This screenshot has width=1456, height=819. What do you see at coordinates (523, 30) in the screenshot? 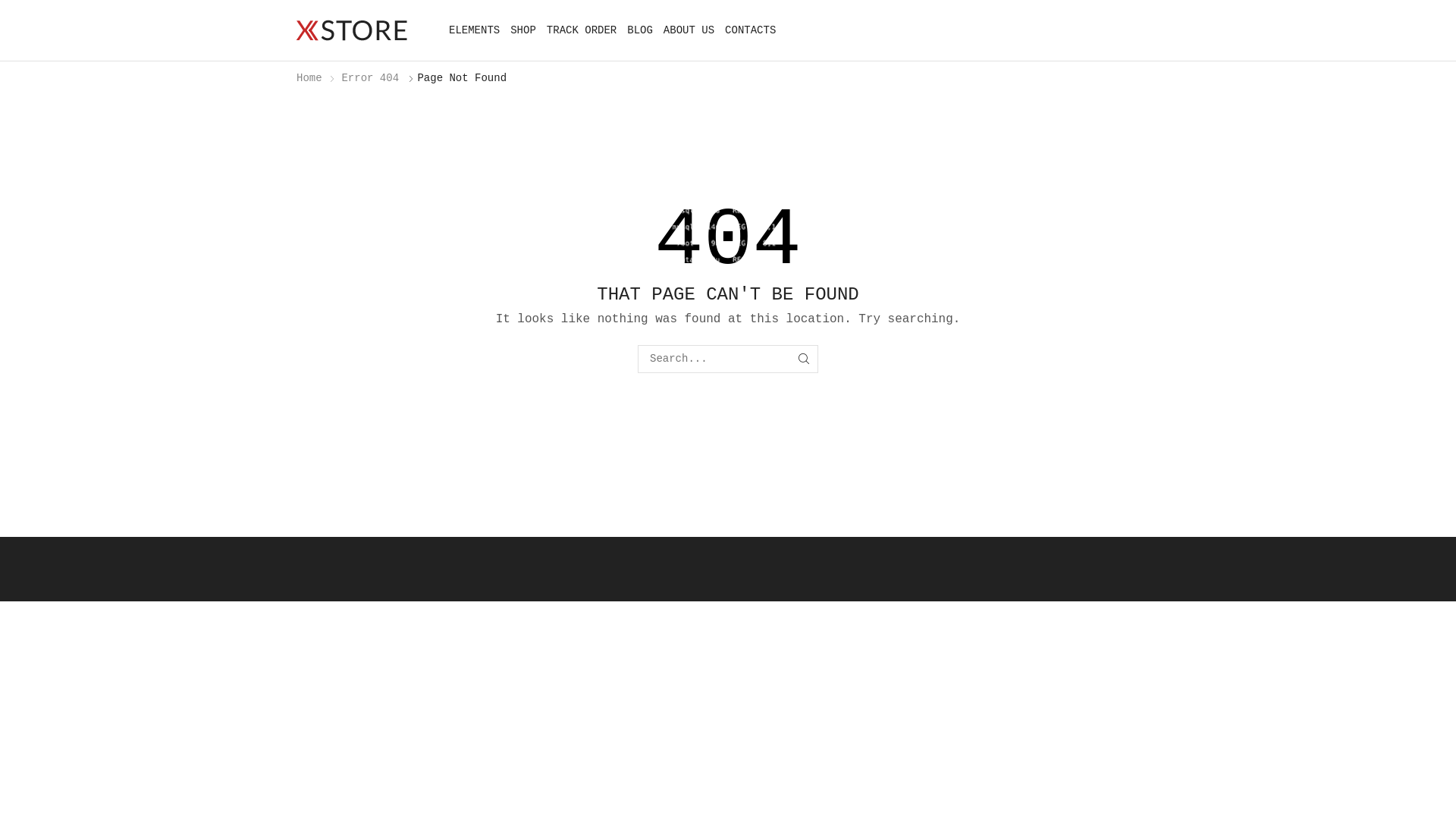
I see `'SHOP'` at bounding box center [523, 30].